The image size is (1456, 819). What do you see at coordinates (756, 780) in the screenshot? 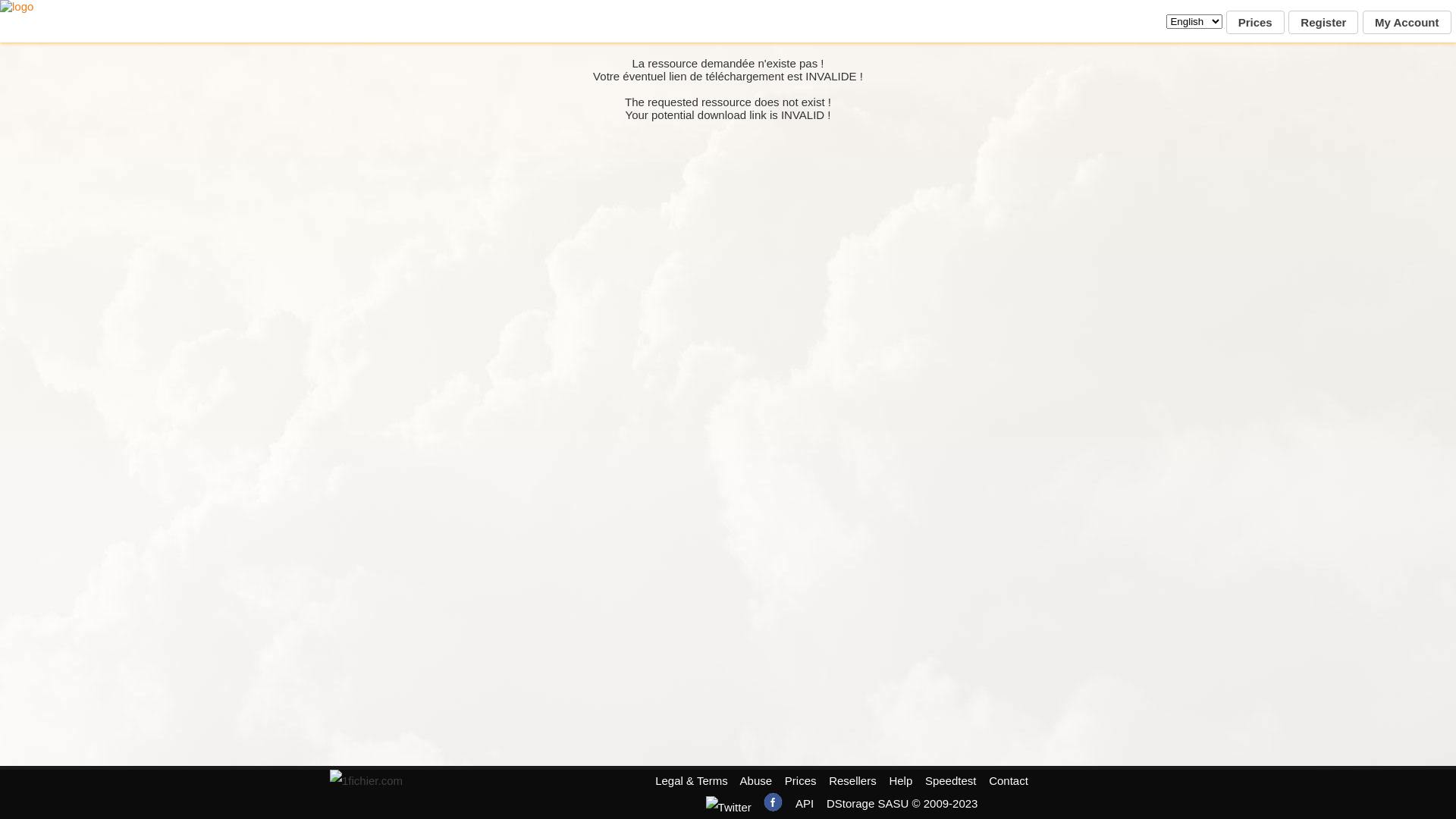
I see `'Abuse'` at bounding box center [756, 780].